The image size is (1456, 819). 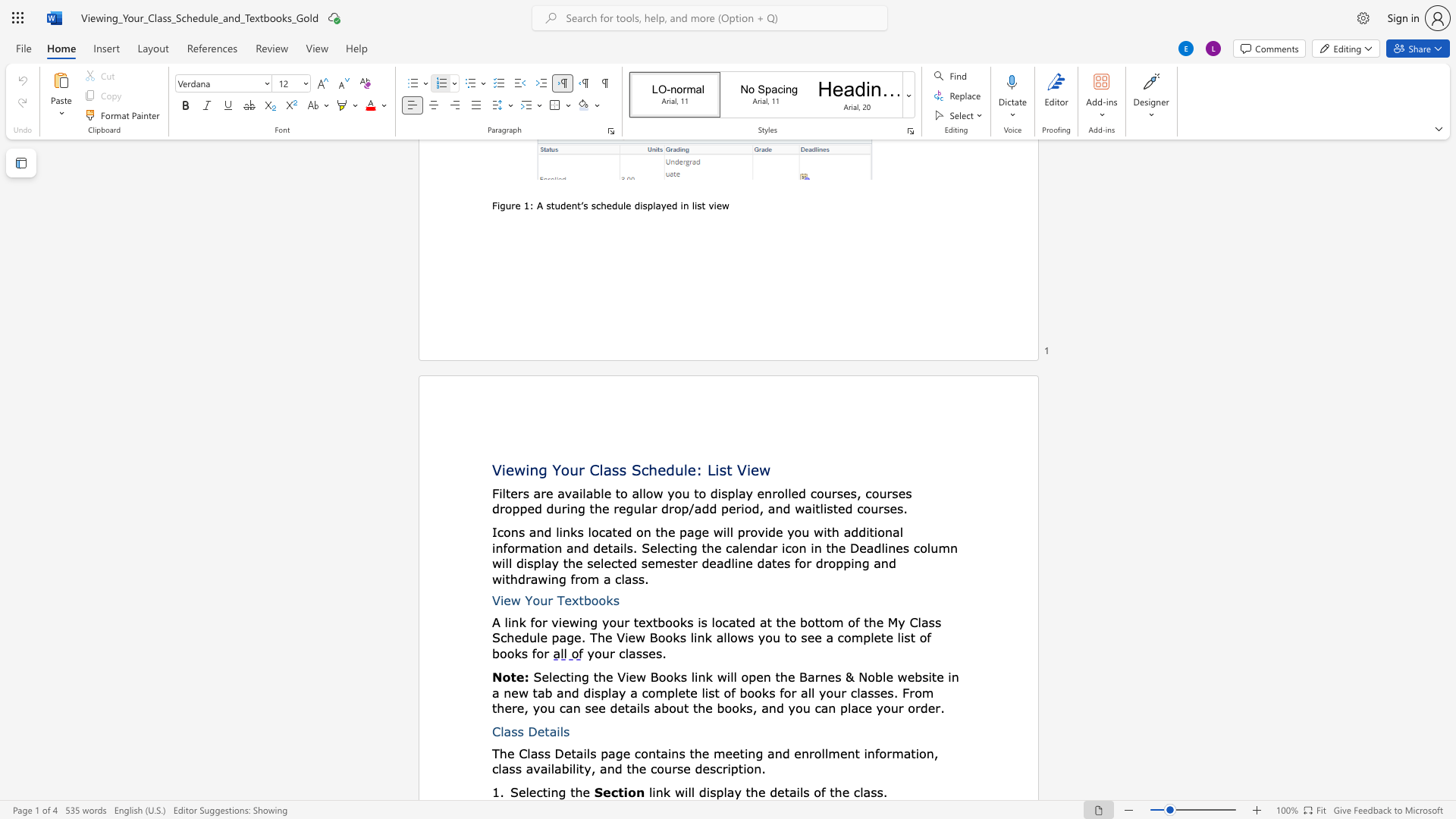 What do you see at coordinates (862, 532) in the screenshot?
I see `the 2th character "d" in the text` at bounding box center [862, 532].